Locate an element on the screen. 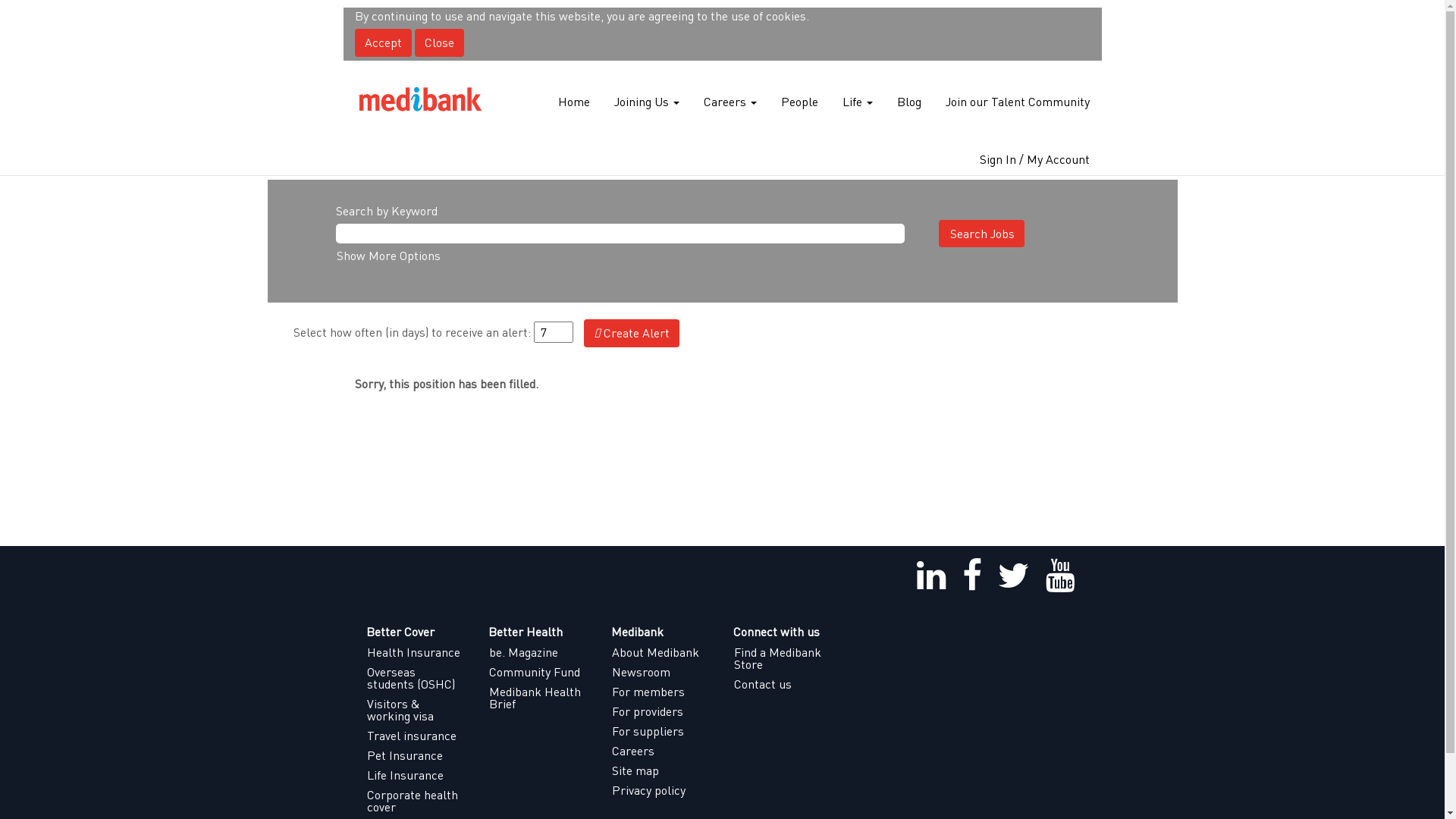 The height and width of the screenshot is (819, 1456). 'Careers' is located at coordinates (661, 751).